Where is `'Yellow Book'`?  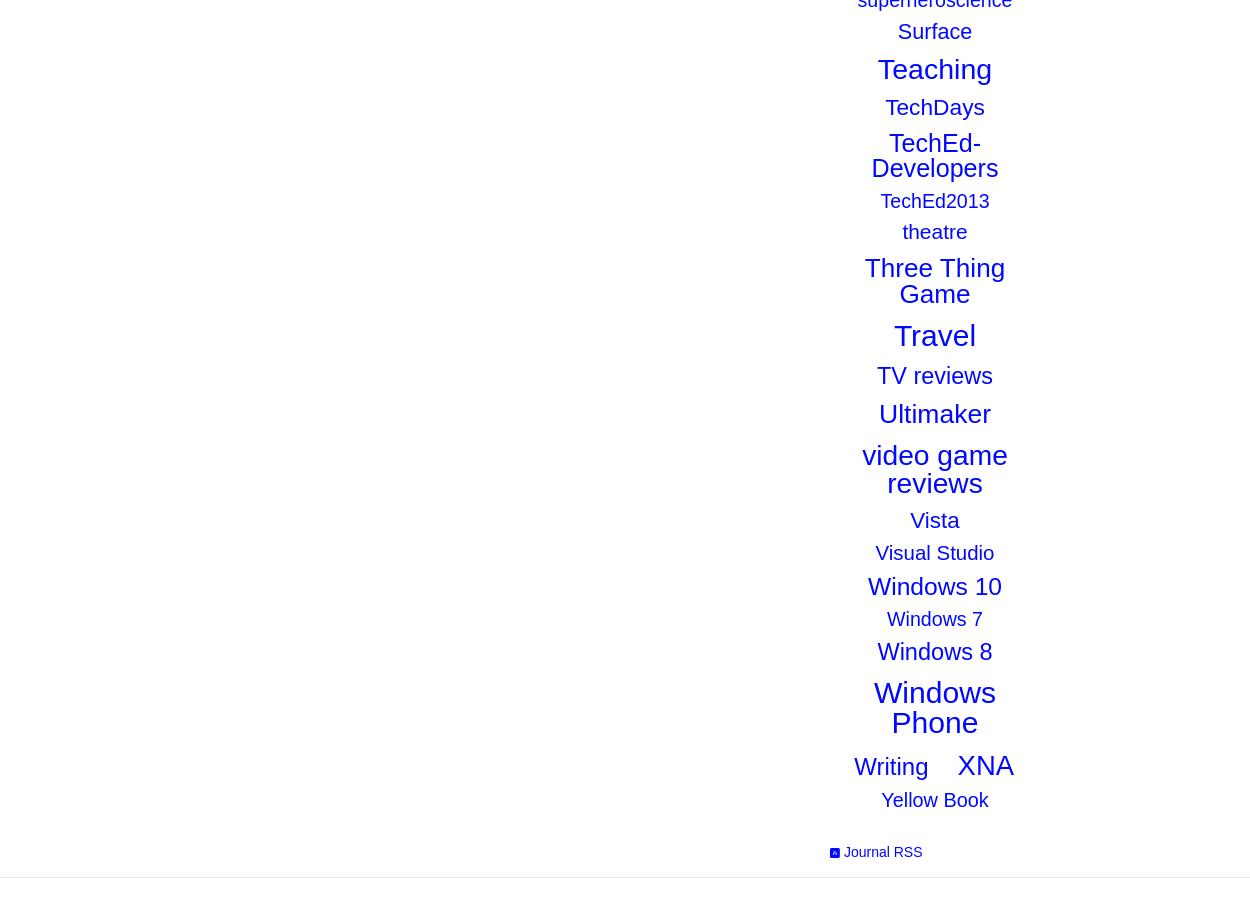 'Yellow Book' is located at coordinates (934, 799).